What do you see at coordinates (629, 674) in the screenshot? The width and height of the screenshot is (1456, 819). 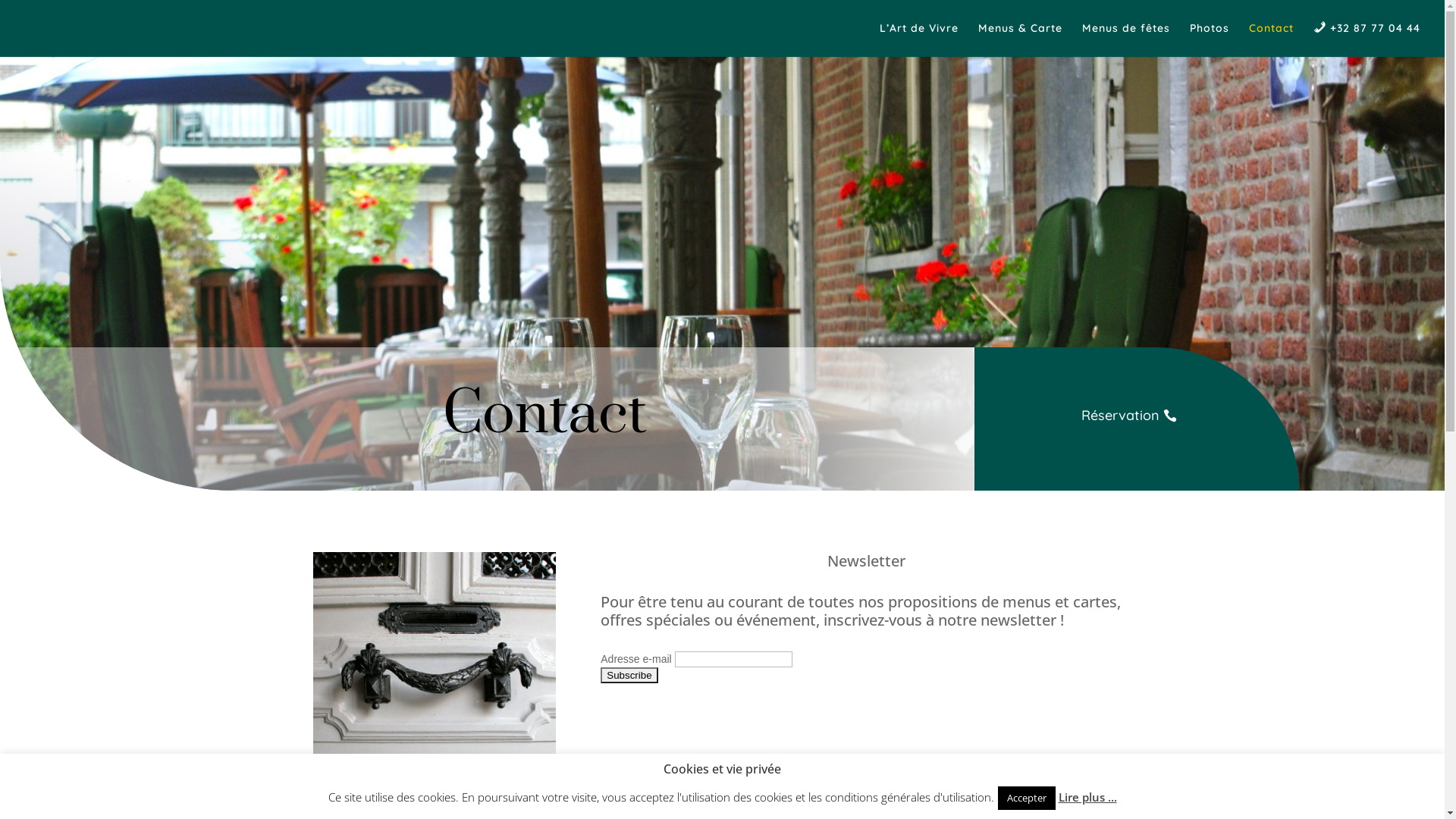 I see `'Subscribe'` at bounding box center [629, 674].